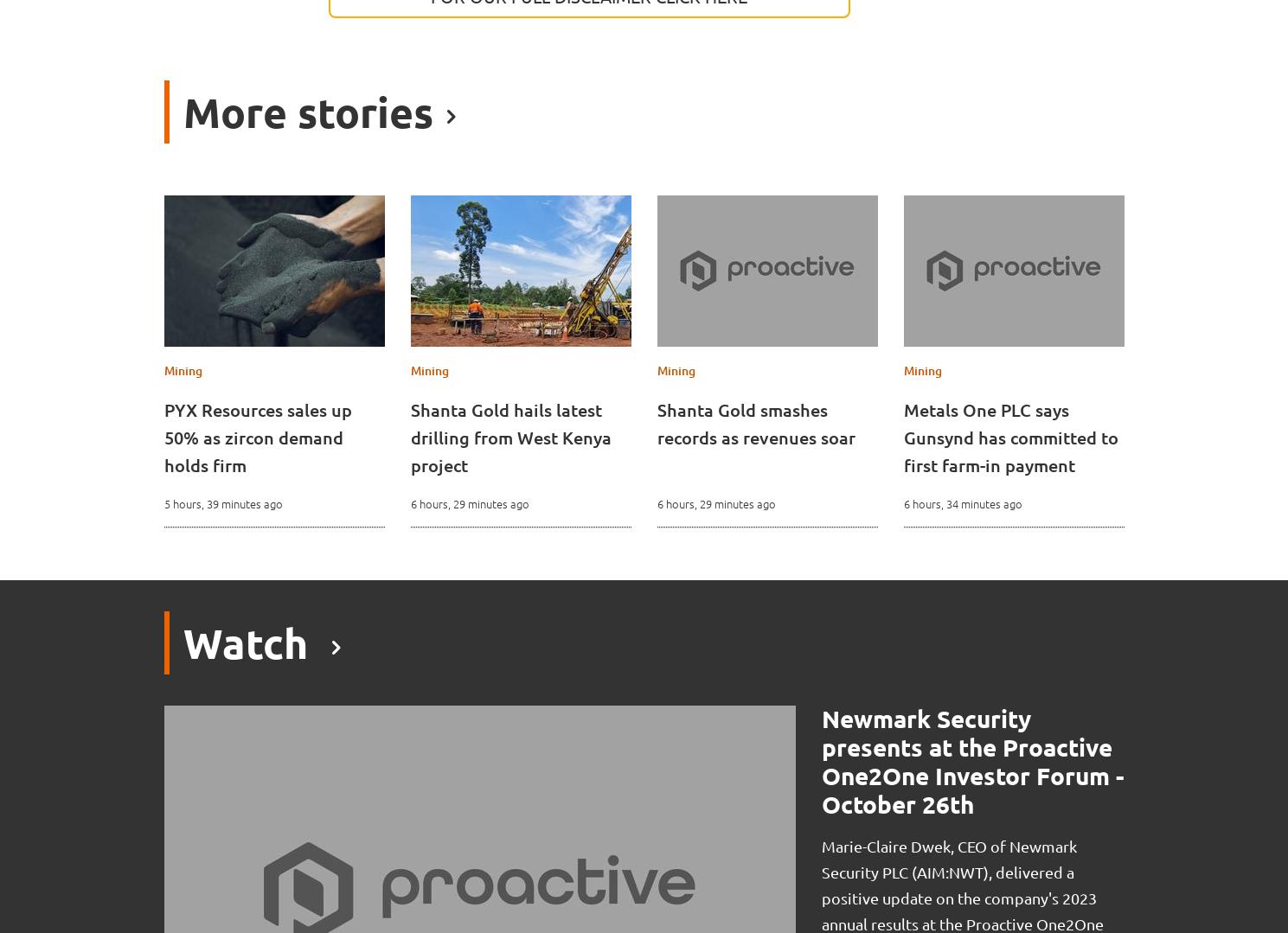 This screenshot has height=933, width=1288. What do you see at coordinates (819, 760) in the screenshot?
I see `'Newmark Security presents at the Proactive One2One Investor Forum - October 26th'` at bounding box center [819, 760].